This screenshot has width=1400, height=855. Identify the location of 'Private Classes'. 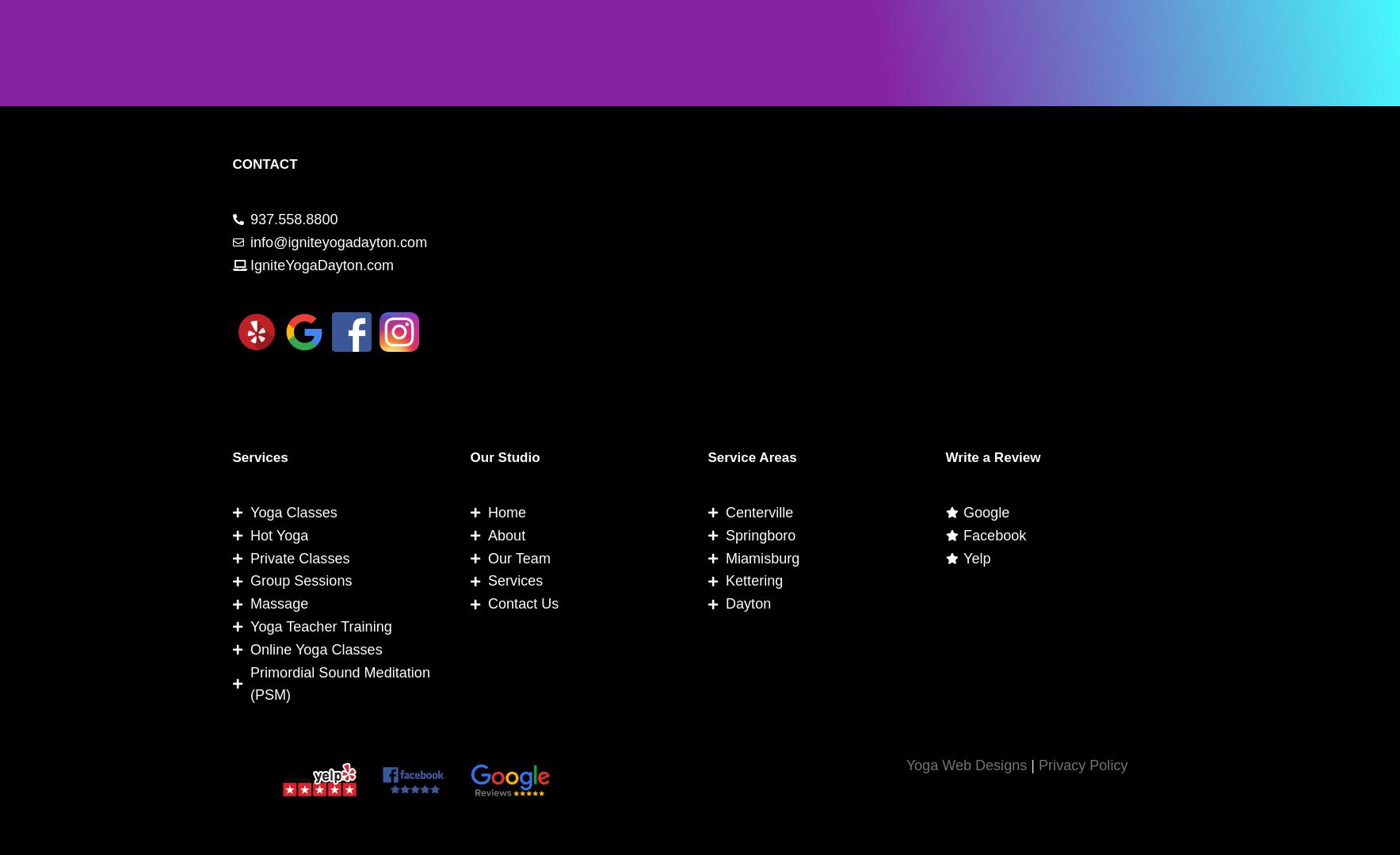
(299, 558).